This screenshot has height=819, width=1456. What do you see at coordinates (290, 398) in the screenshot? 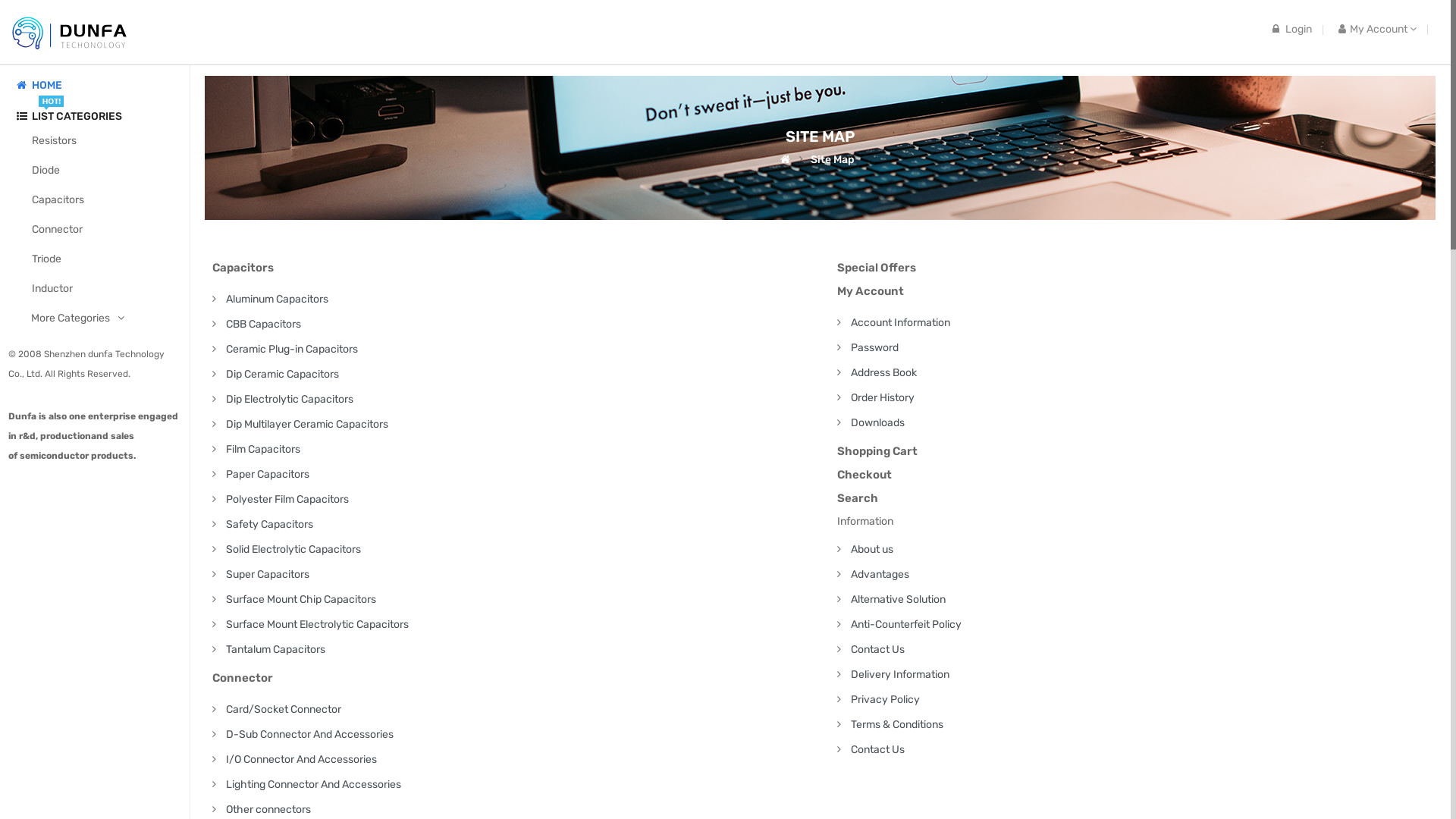
I see `'Dip Electrolytic Capacitors'` at bounding box center [290, 398].